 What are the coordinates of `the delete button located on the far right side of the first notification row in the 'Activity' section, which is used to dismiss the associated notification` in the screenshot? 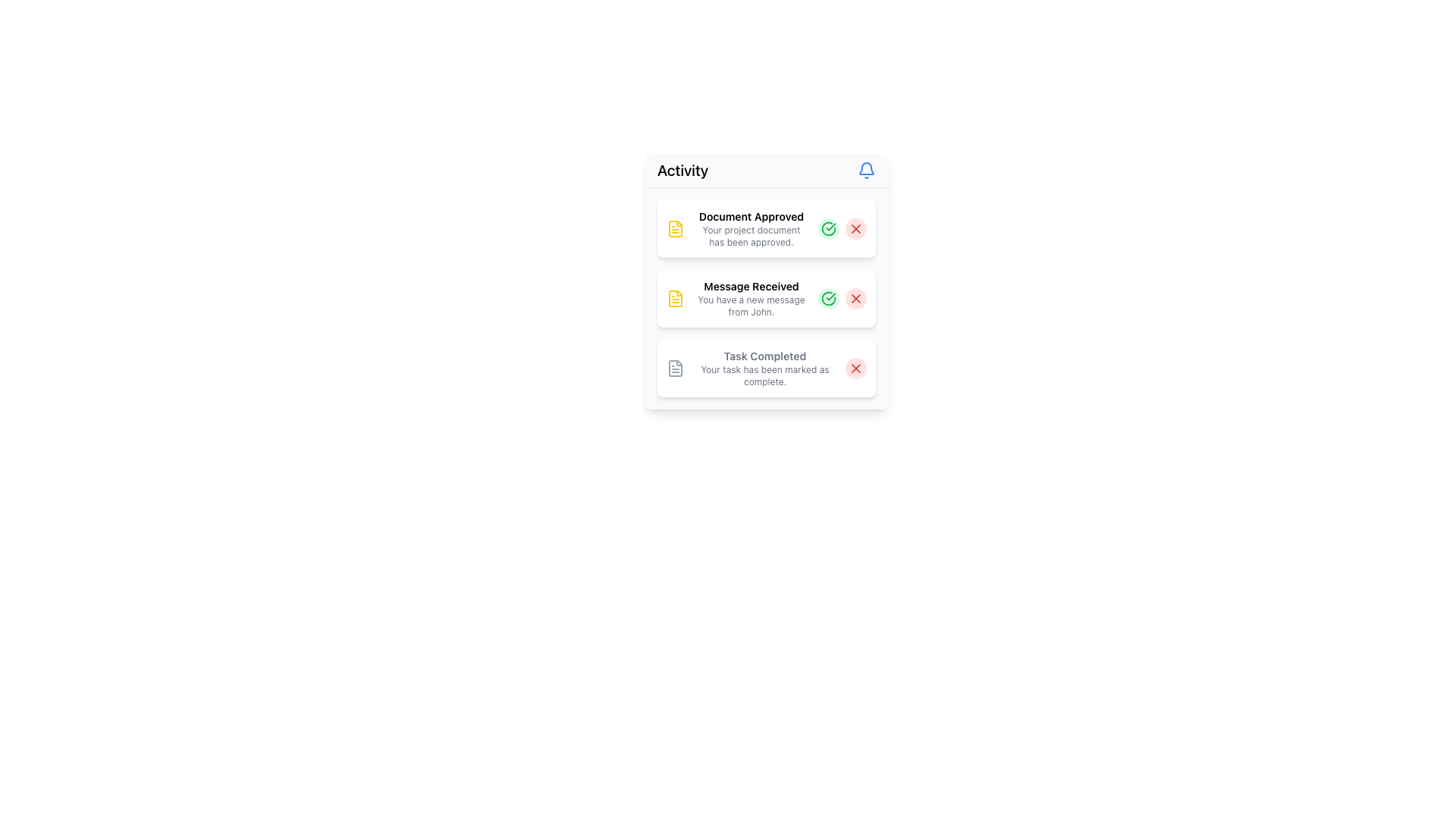 It's located at (855, 228).